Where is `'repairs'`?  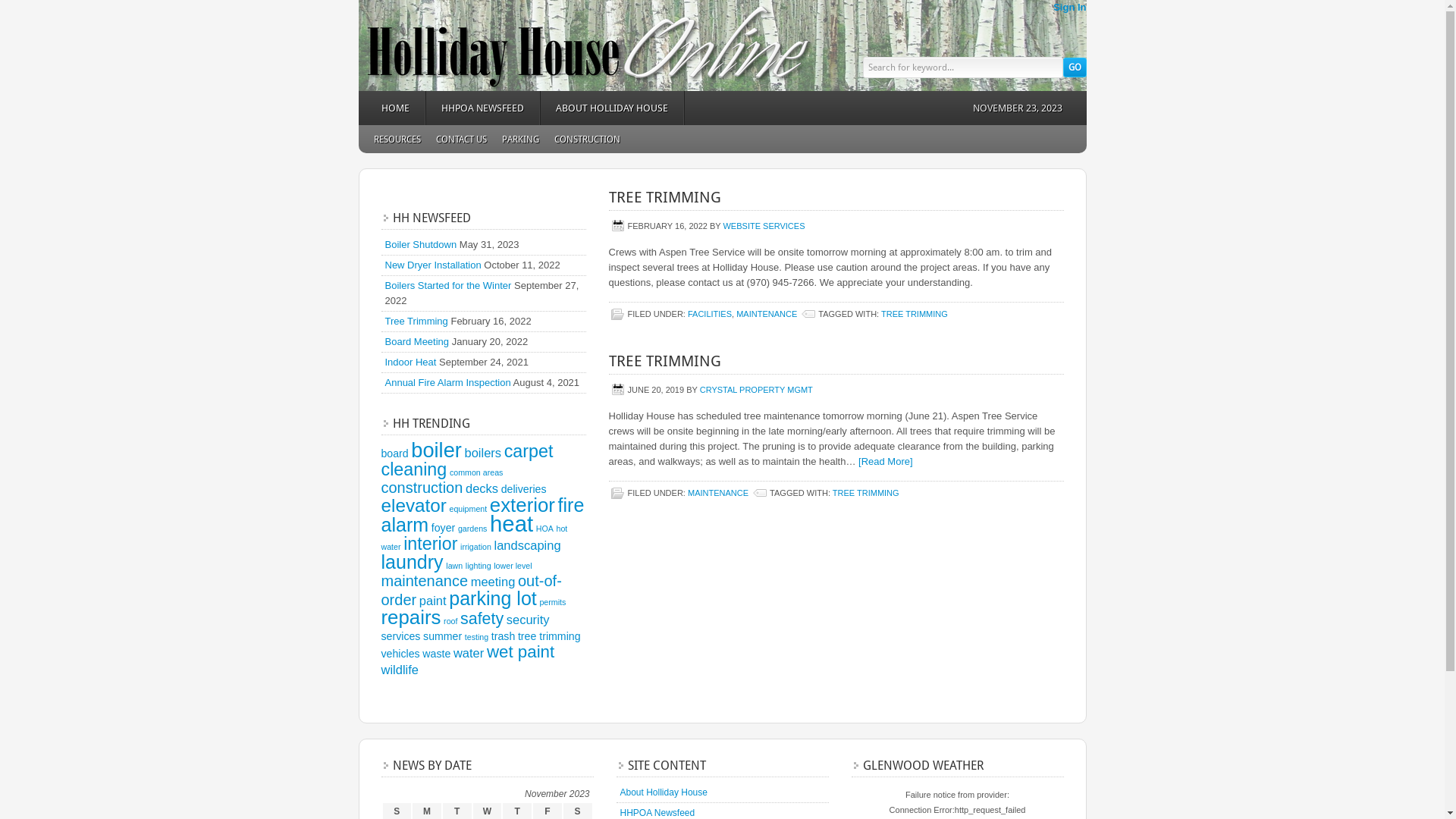
'repairs' is located at coordinates (410, 617).